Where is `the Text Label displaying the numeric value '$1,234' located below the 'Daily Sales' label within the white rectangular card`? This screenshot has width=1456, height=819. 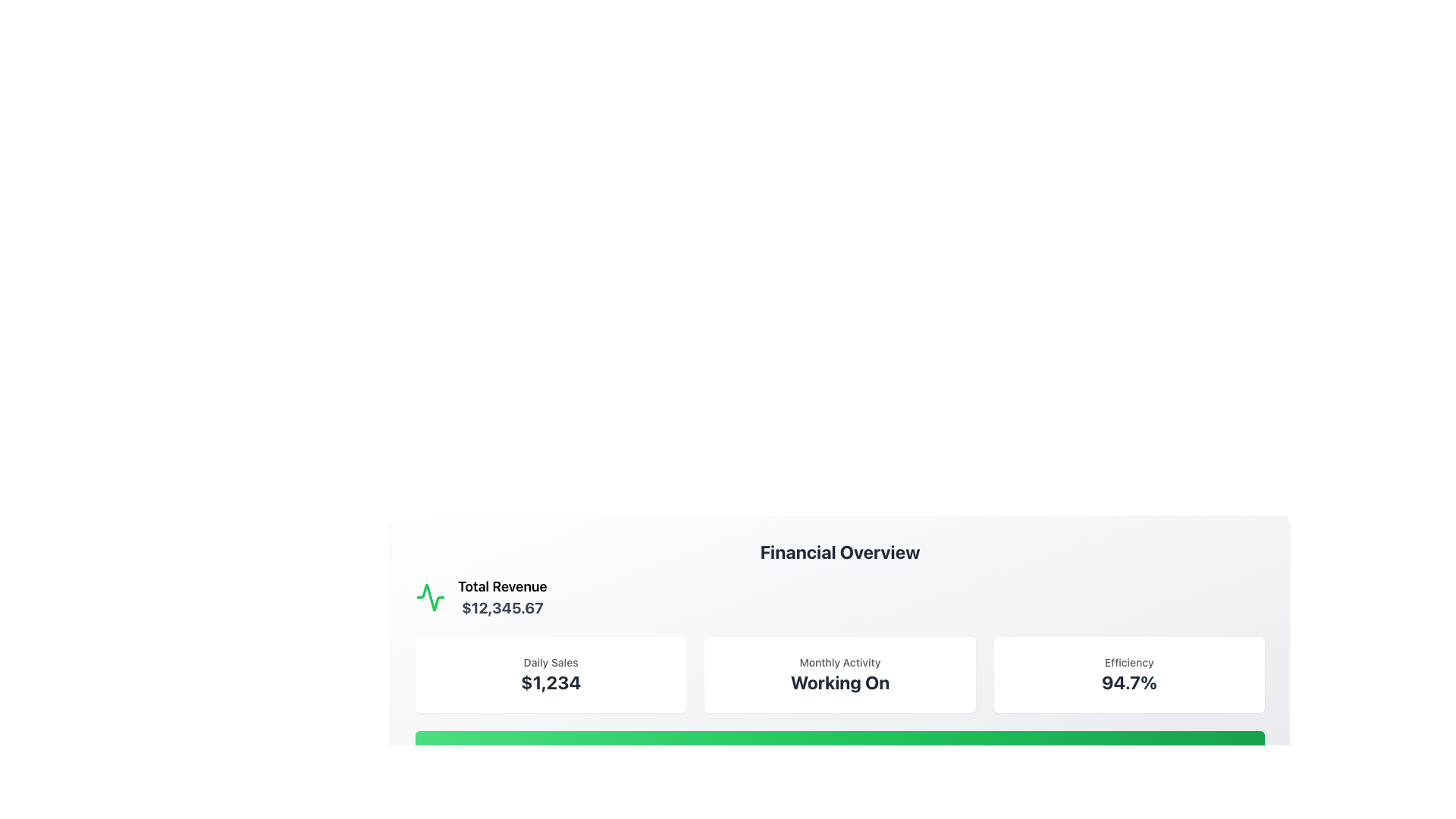
the Text Label displaying the numeric value '$1,234' located below the 'Daily Sales' label within the white rectangular card is located at coordinates (550, 681).